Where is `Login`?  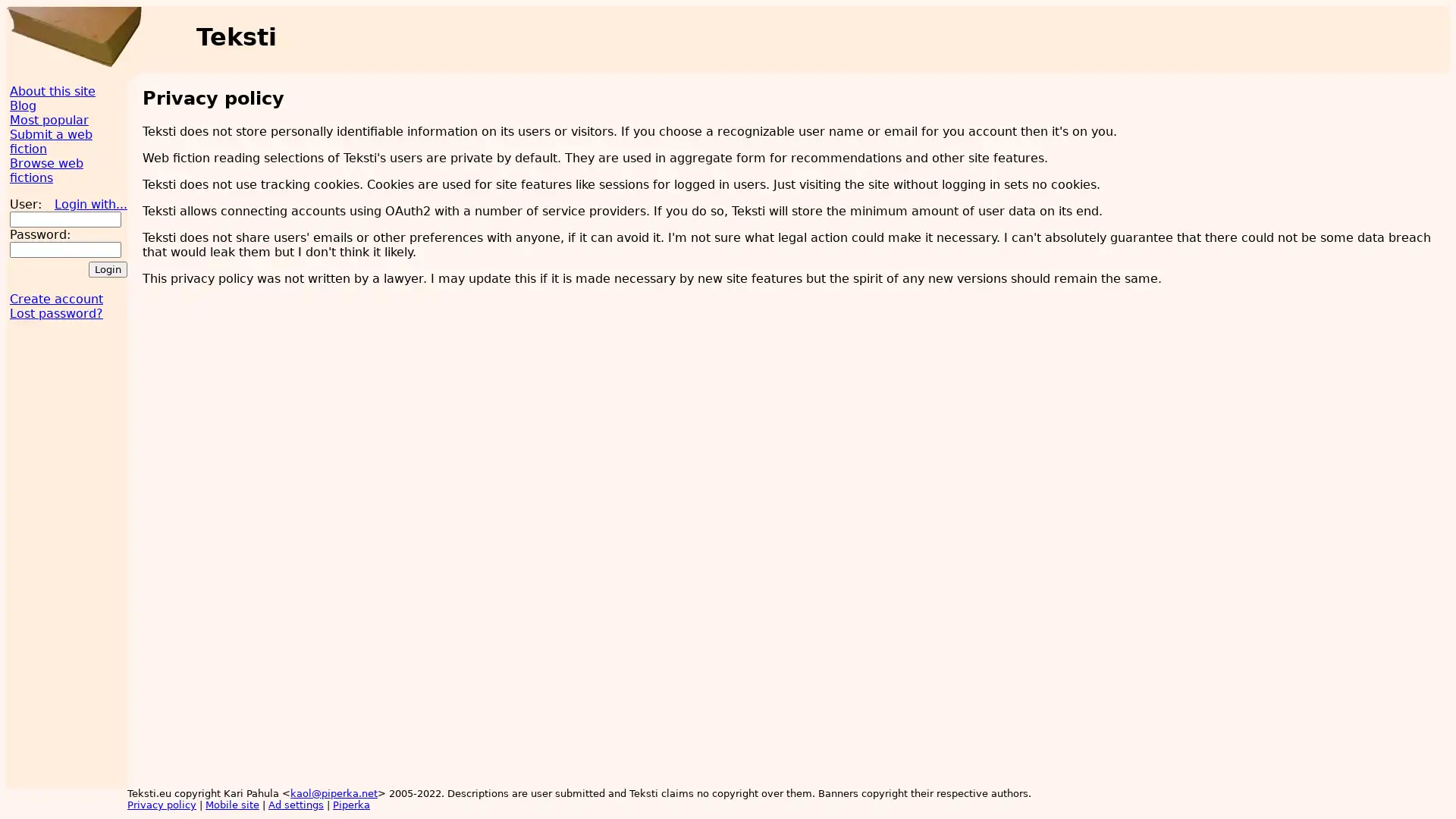
Login is located at coordinates (107, 268).